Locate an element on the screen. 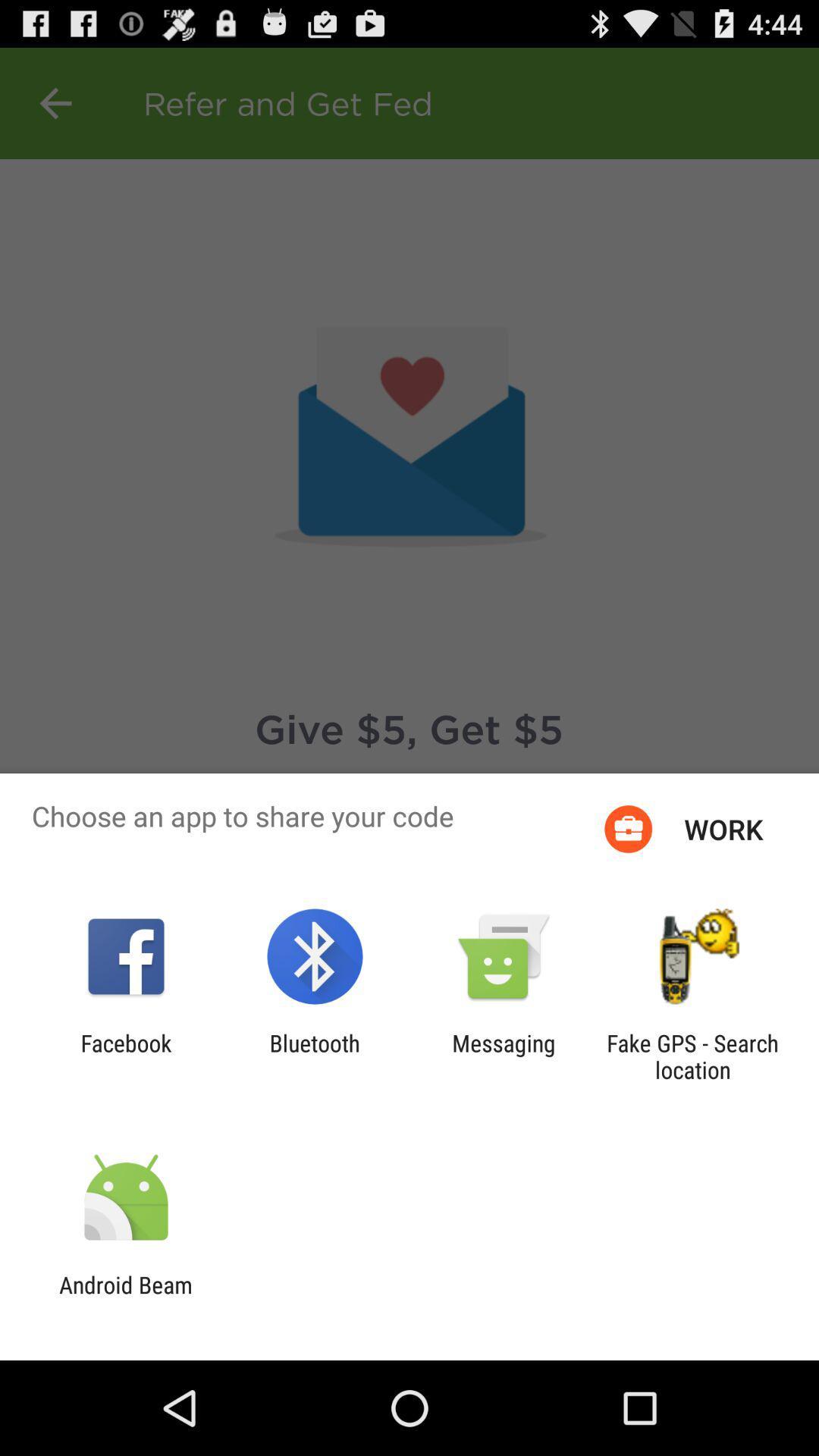 This screenshot has width=819, height=1456. bluetooth item is located at coordinates (314, 1056).